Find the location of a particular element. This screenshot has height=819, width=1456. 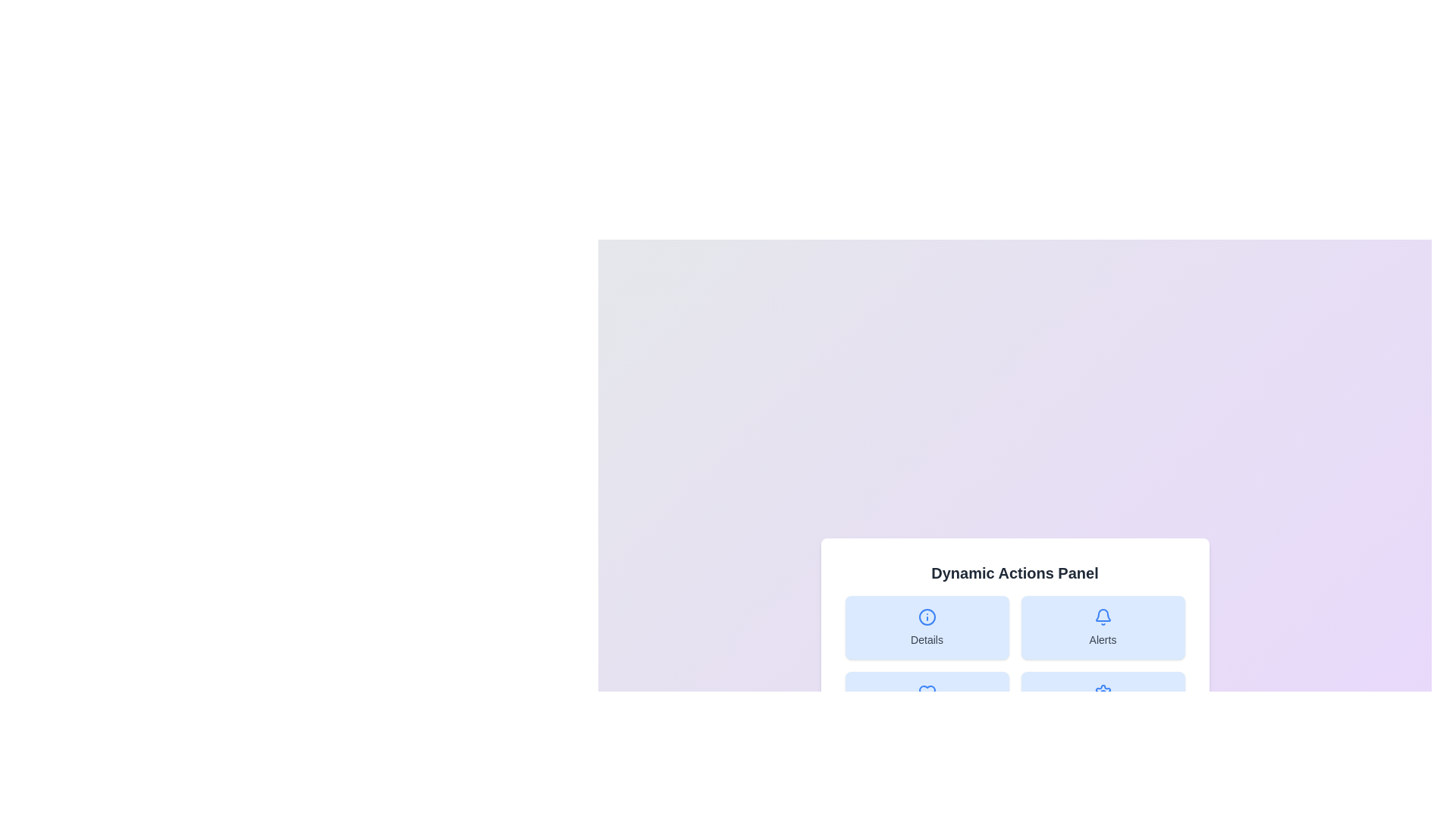

the 'Favorites' button located on the lower left side of the grid layout is located at coordinates (926, 704).